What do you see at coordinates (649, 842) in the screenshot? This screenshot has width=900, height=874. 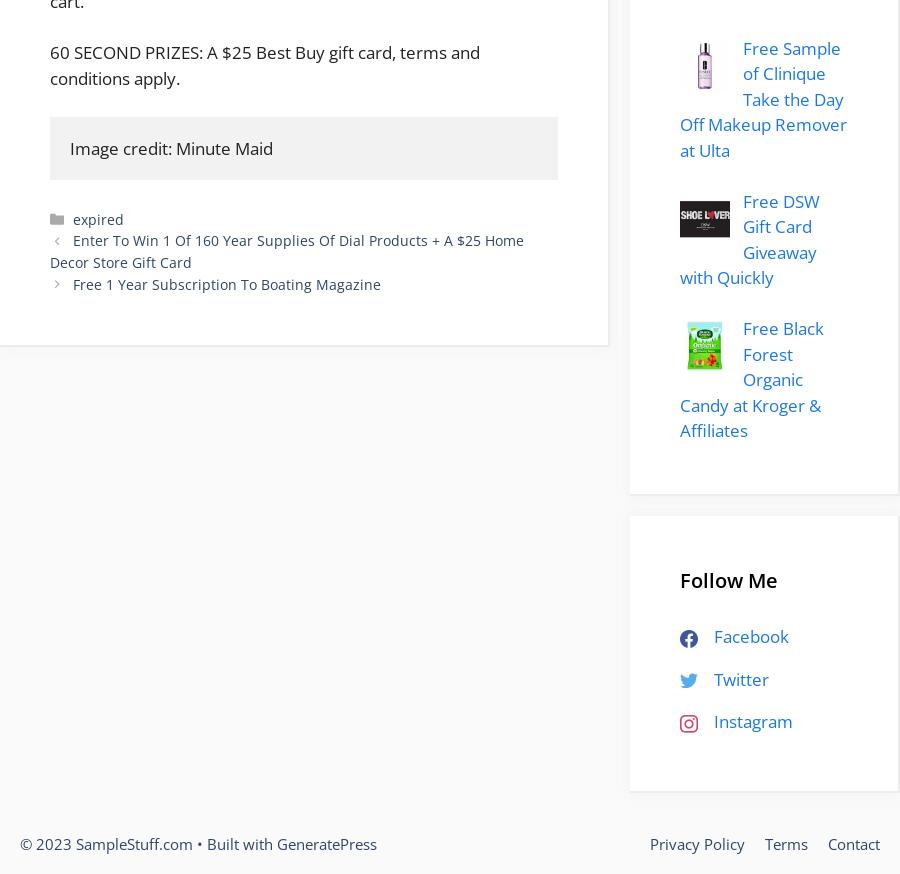 I see `'Privacy Policy'` at bounding box center [649, 842].